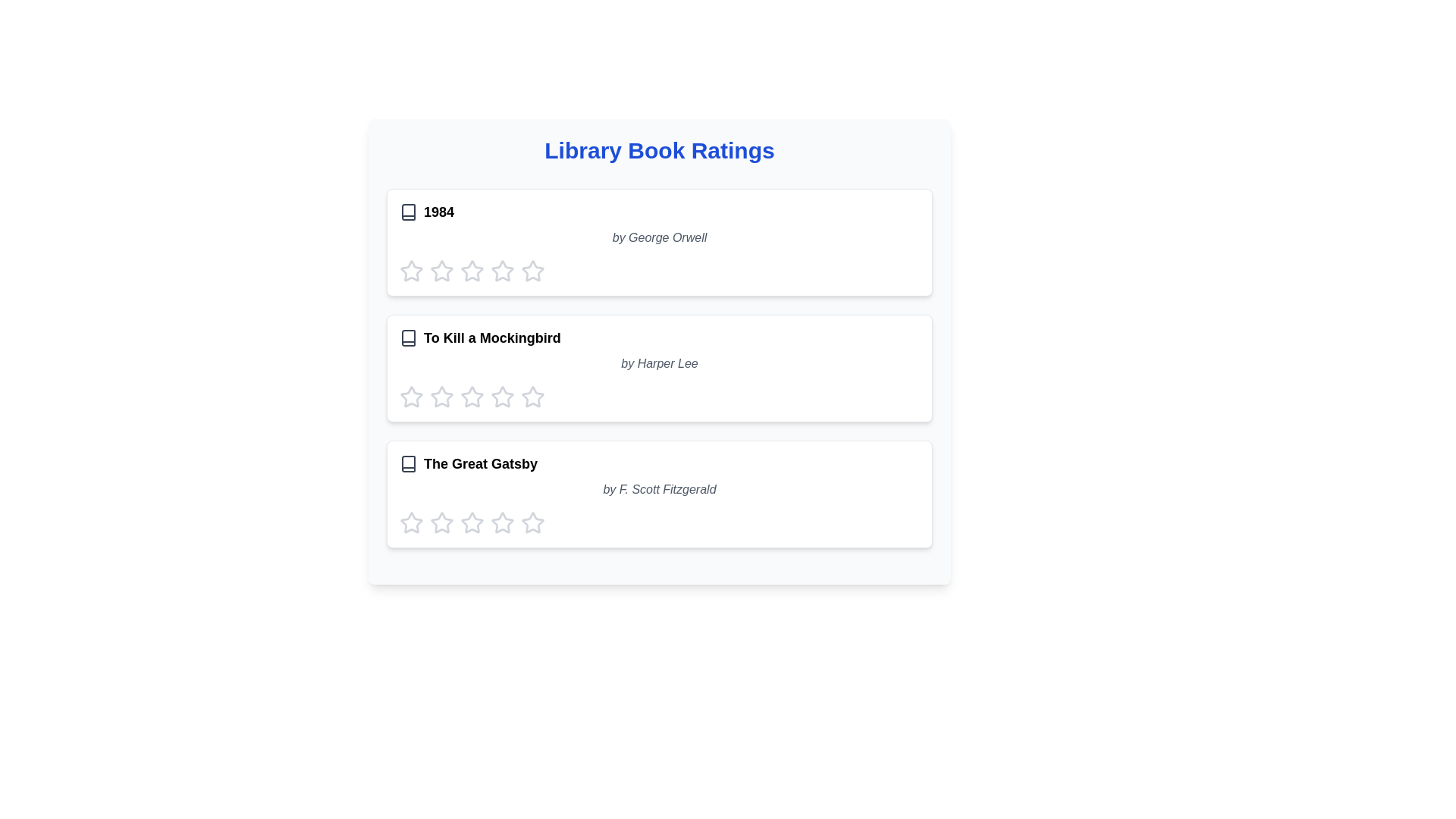  What do you see at coordinates (411, 271) in the screenshot?
I see `the first star icon in the rating section of the '1984' item card to interact with it` at bounding box center [411, 271].